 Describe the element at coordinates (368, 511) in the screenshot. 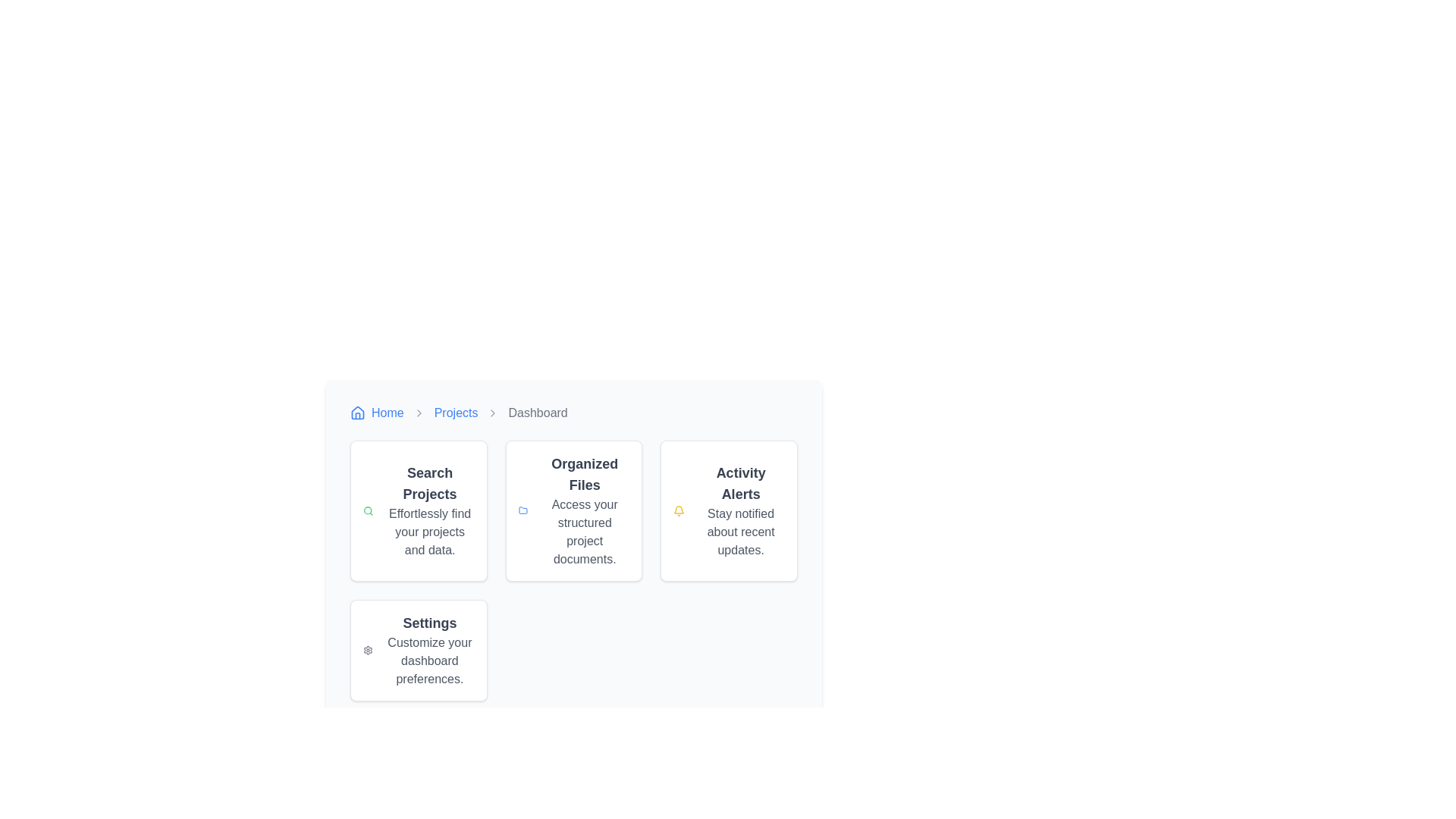

I see `the search icon located in the top-left area of the 'Search Projects' card, which enhances the meaning of the card's title and subtitle` at that location.